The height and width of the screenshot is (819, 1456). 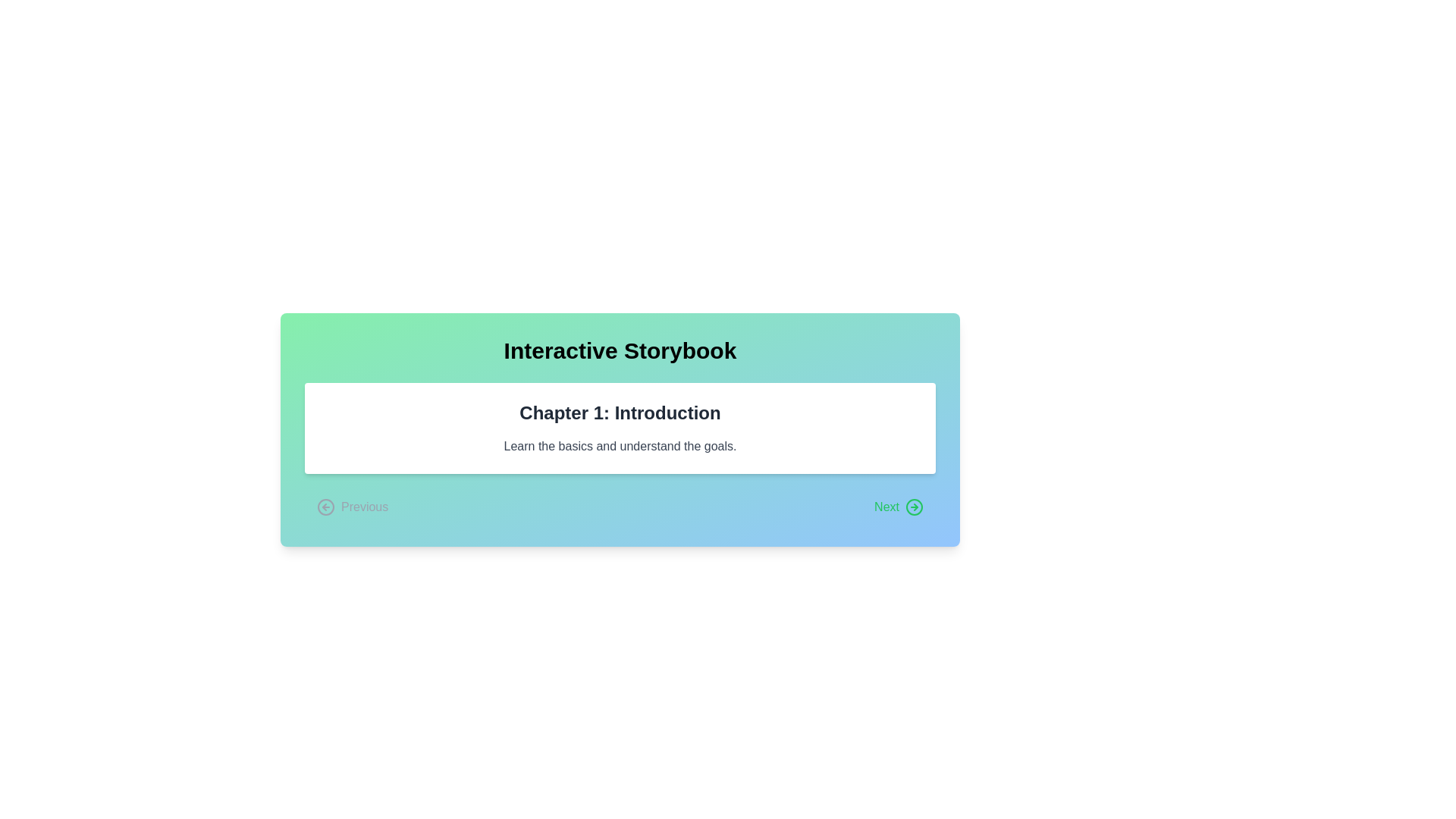 What do you see at coordinates (899, 507) in the screenshot?
I see `'Next' button to navigate to the next chapter` at bounding box center [899, 507].